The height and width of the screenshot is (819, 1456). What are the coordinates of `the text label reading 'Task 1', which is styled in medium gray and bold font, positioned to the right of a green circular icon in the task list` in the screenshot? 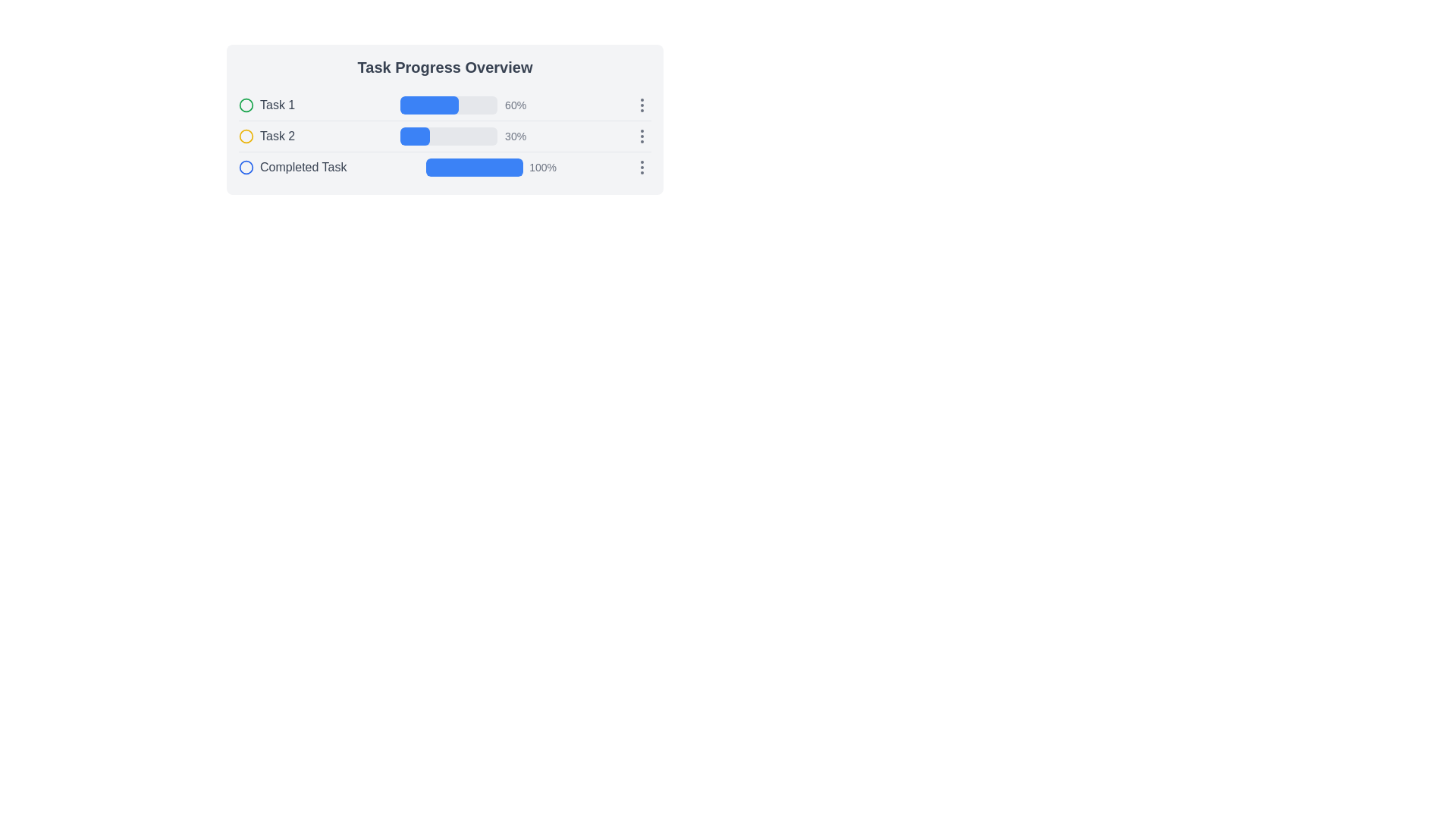 It's located at (278, 104).